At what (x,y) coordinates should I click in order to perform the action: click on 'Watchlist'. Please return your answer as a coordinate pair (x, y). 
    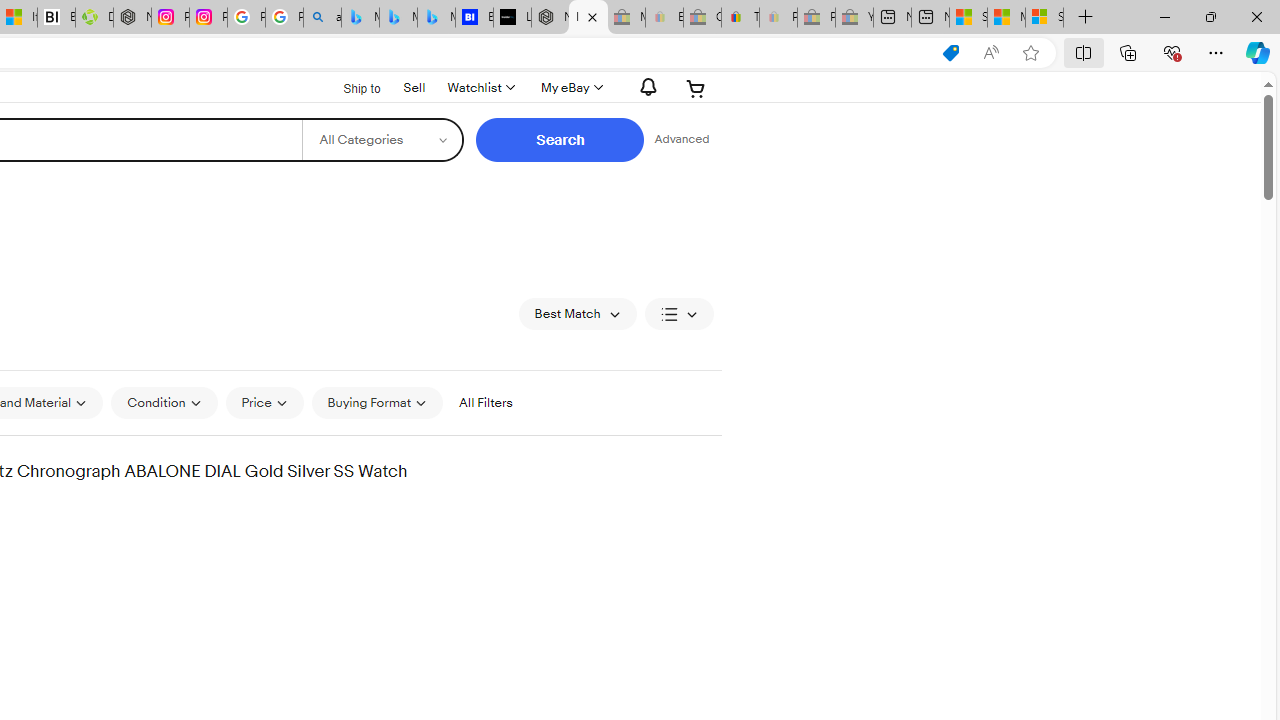
    Looking at the image, I should click on (480, 87).